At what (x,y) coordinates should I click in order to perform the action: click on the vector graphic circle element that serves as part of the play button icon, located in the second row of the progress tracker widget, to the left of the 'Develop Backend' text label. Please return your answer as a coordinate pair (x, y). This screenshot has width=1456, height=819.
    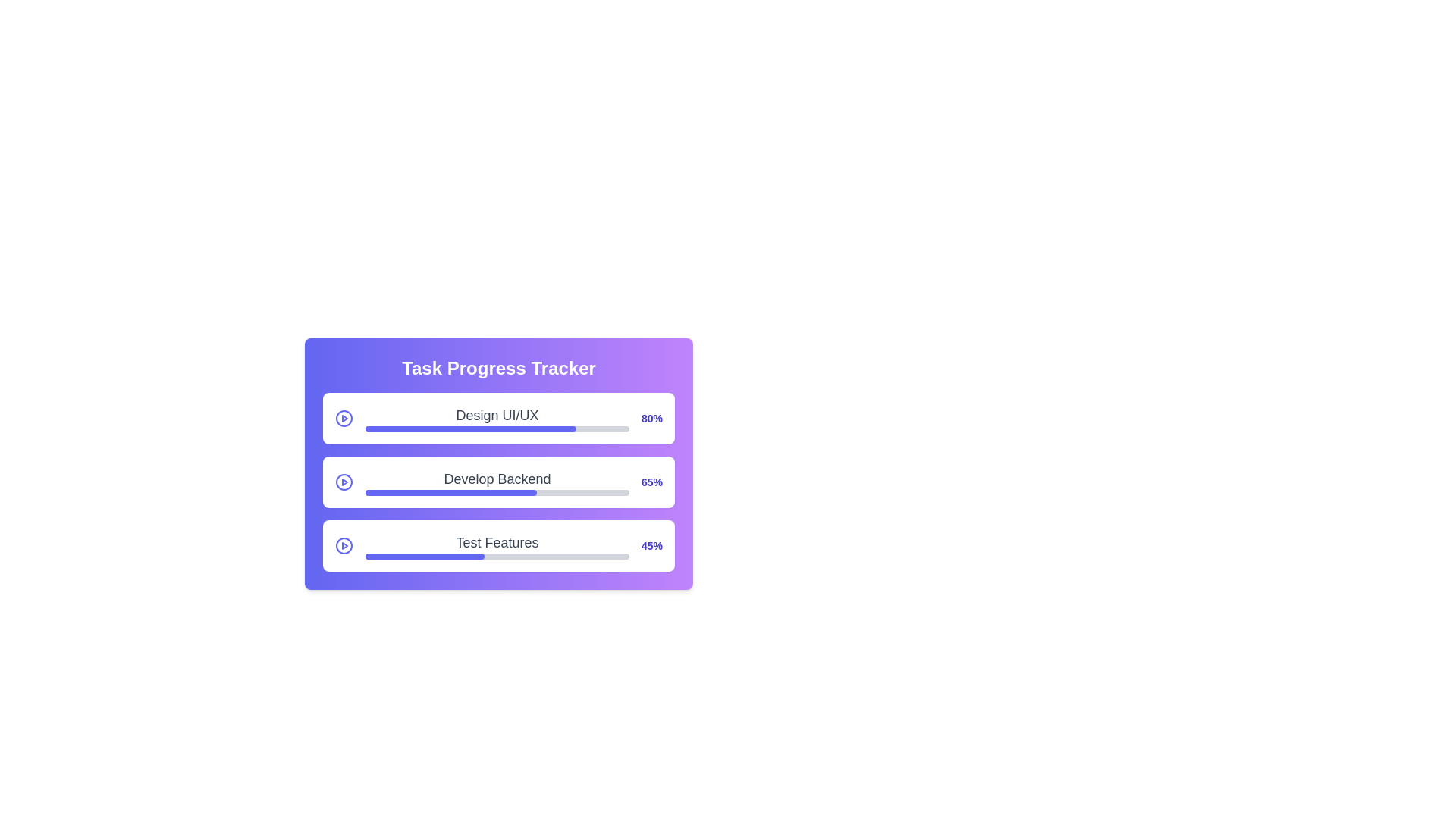
    Looking at the image, I should click on (344, 482).